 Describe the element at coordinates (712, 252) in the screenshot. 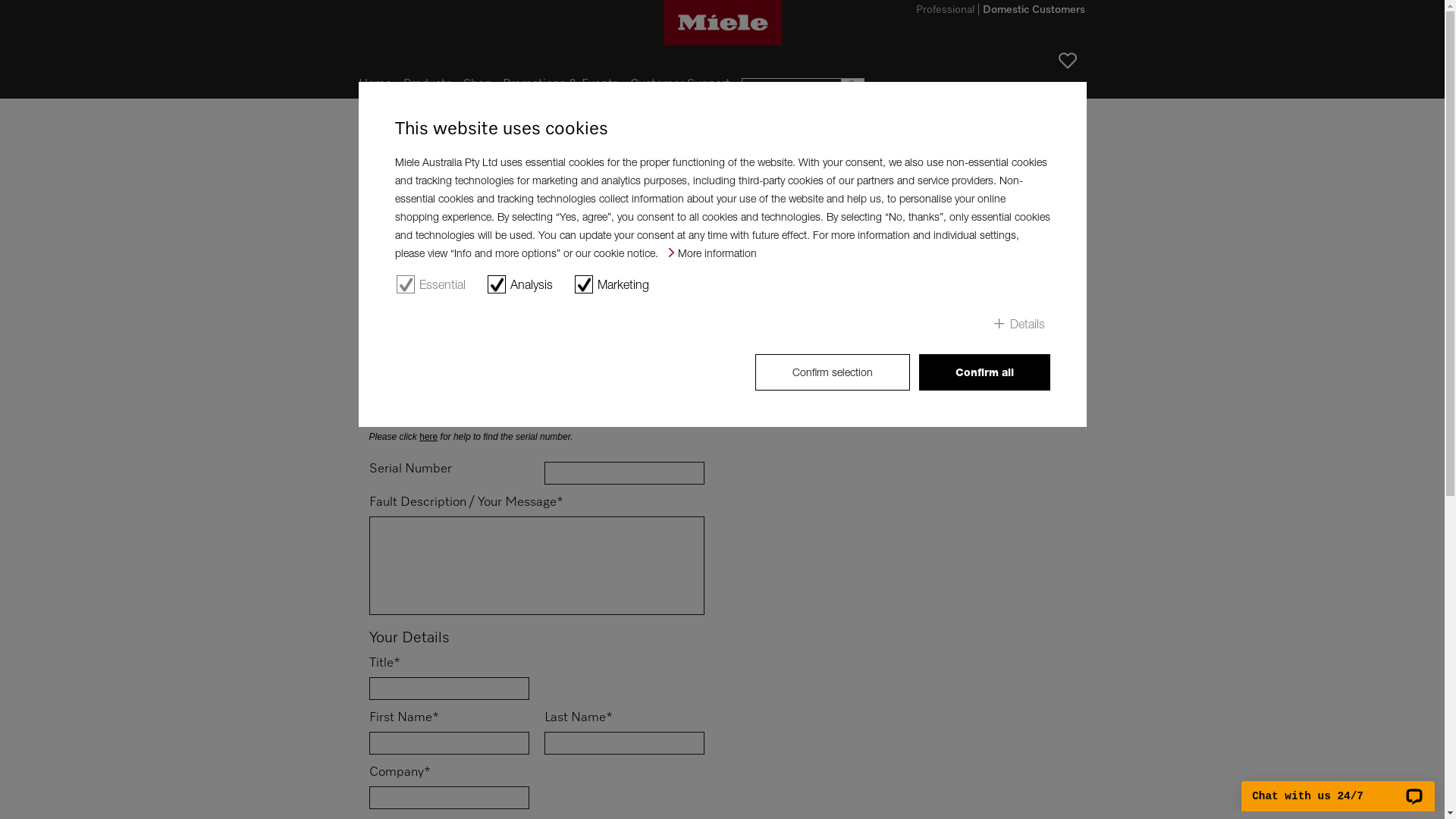

I see `'More information'` at that location.